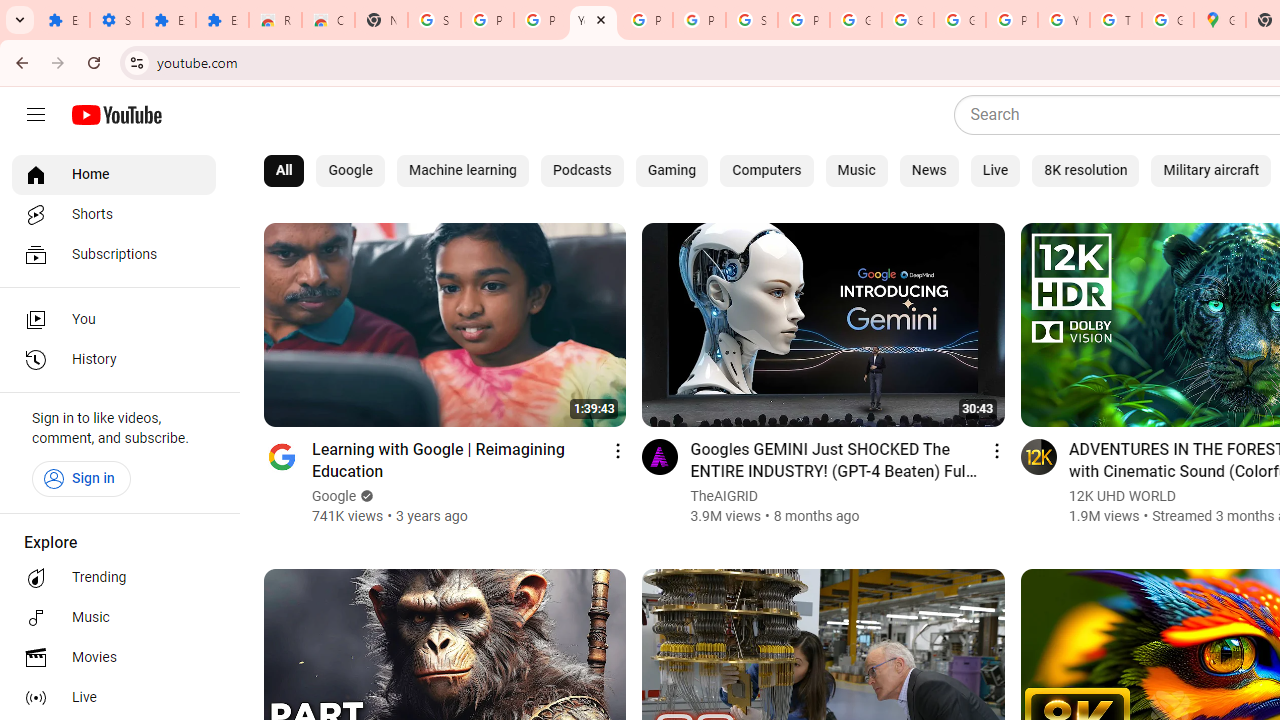 The height and width of the screenshot is (720, 1280). I want to click on 'News', so click(927, 170).